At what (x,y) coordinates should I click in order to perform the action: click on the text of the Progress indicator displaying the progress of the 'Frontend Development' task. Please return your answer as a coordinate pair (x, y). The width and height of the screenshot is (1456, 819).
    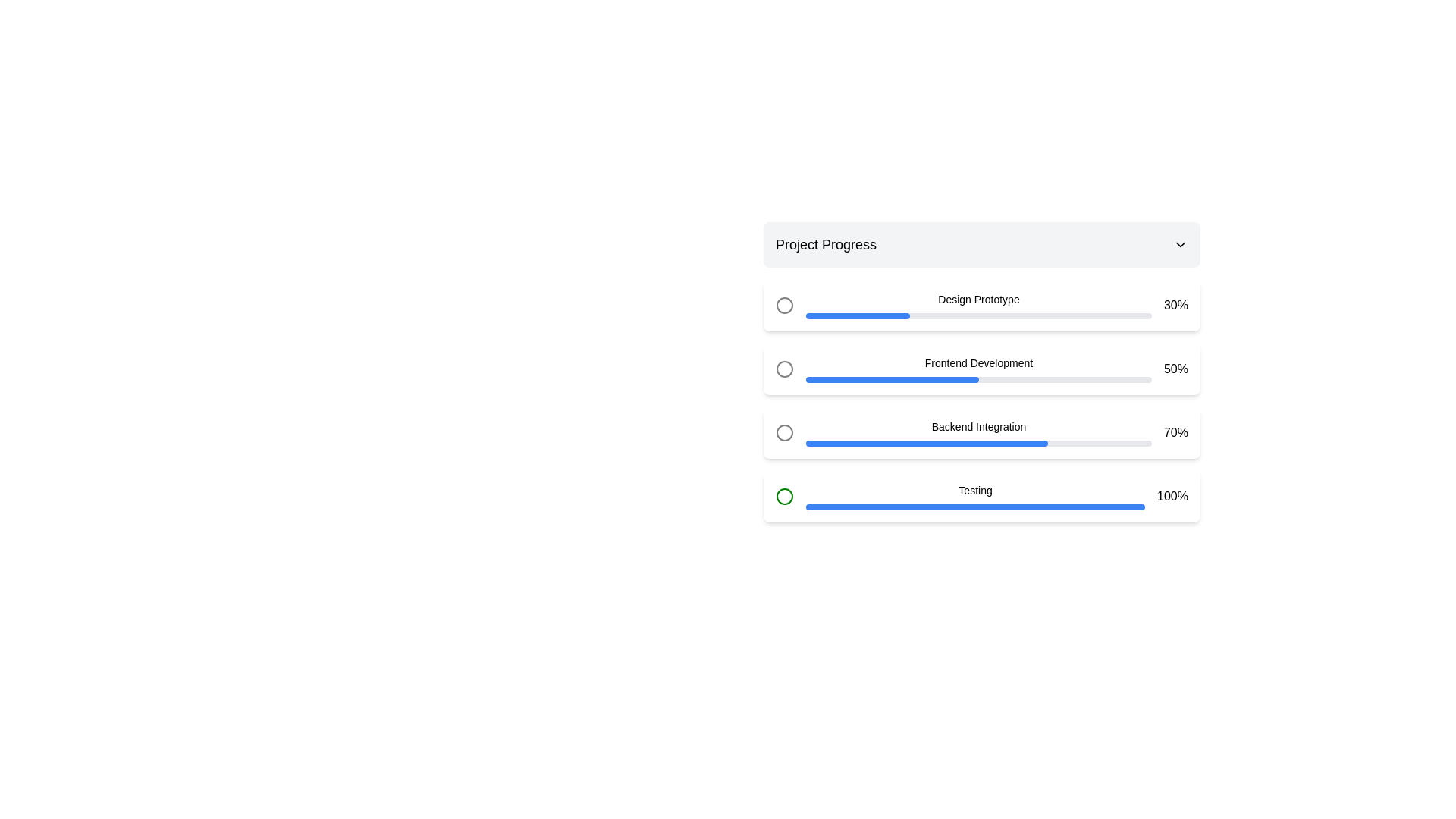
    Looking at the image, I should click on (979, 369).